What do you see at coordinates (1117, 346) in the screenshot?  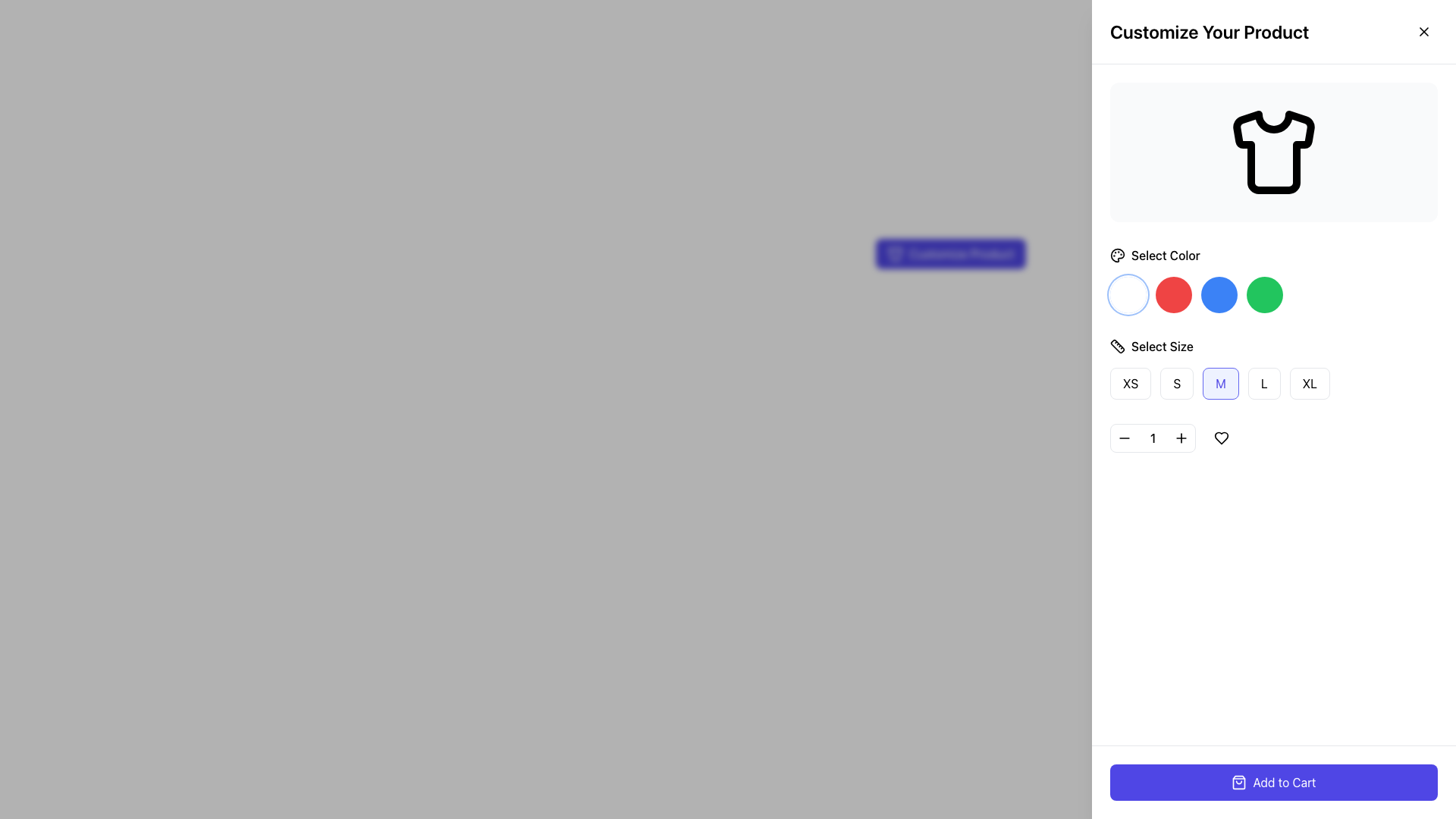 I see `the icon representing the 'Select Size' section, which is located to the left of the 'Select Size' text` at bounding box center [1117, 346].